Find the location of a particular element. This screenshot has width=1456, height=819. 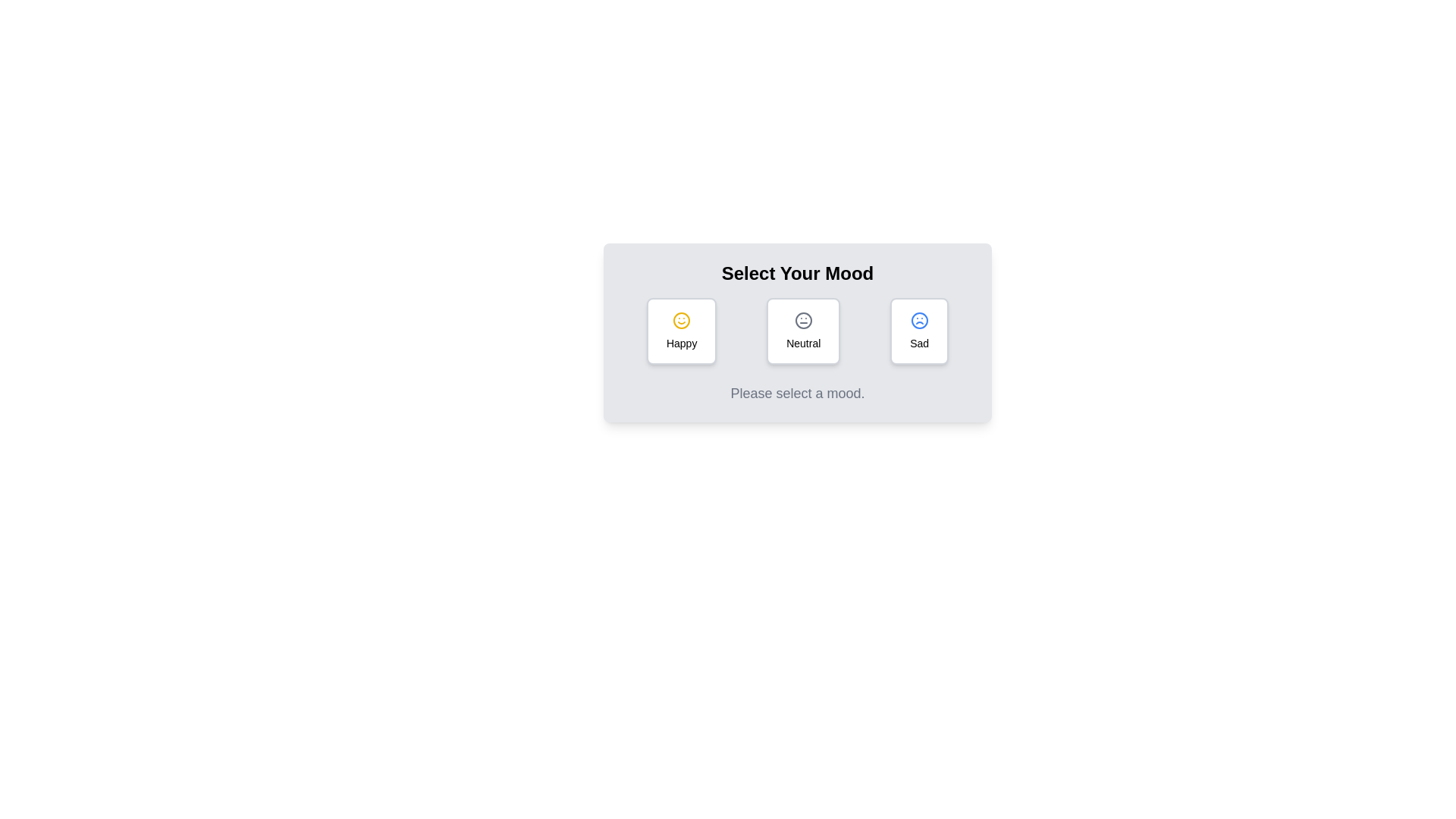

the static text label displaying 'Happy', which is positioned beneath a yellow smiling emoji icon in the leftmost mood selection card is located at coordinates (681, 343).